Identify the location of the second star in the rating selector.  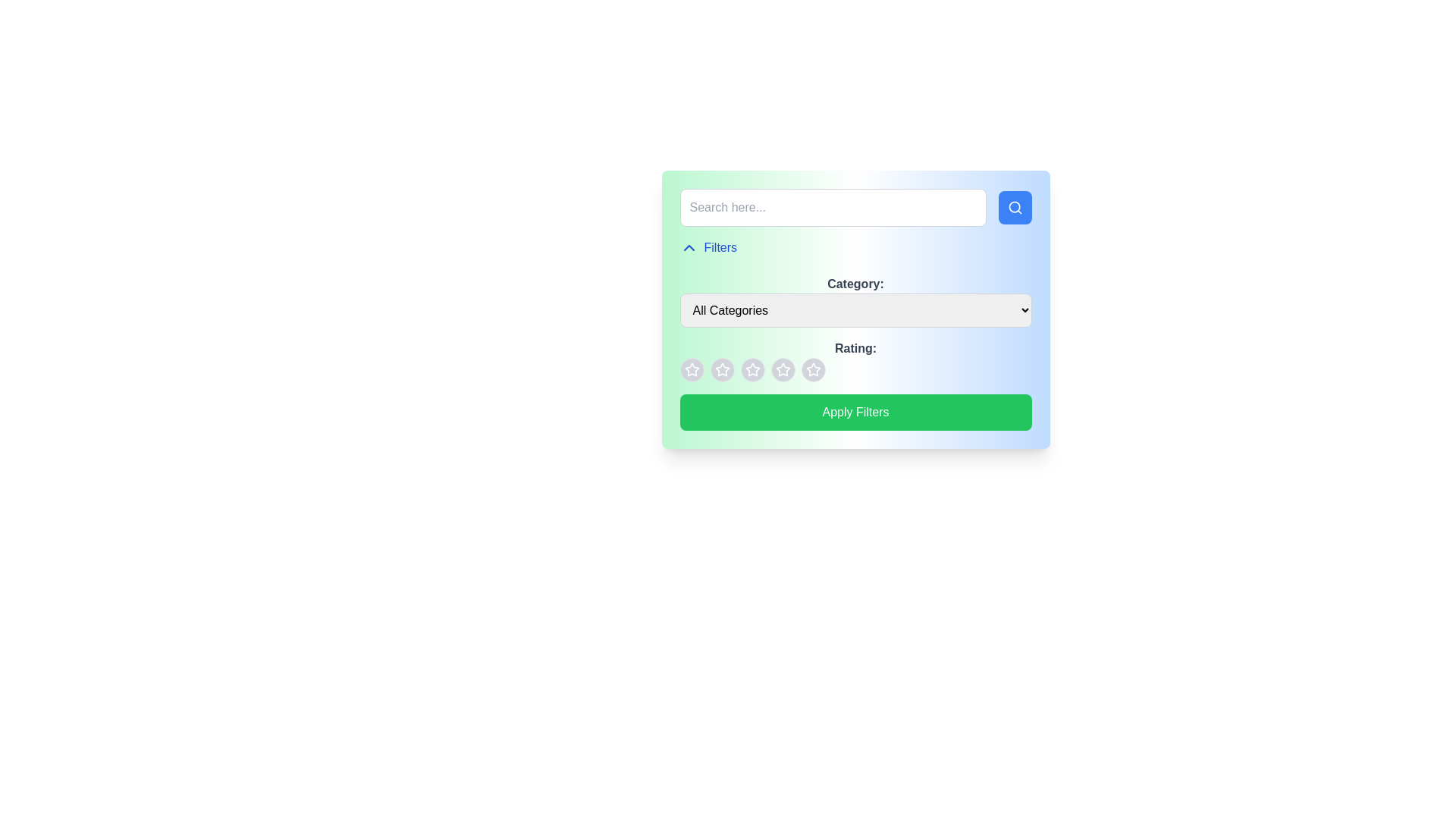
(752, 370).